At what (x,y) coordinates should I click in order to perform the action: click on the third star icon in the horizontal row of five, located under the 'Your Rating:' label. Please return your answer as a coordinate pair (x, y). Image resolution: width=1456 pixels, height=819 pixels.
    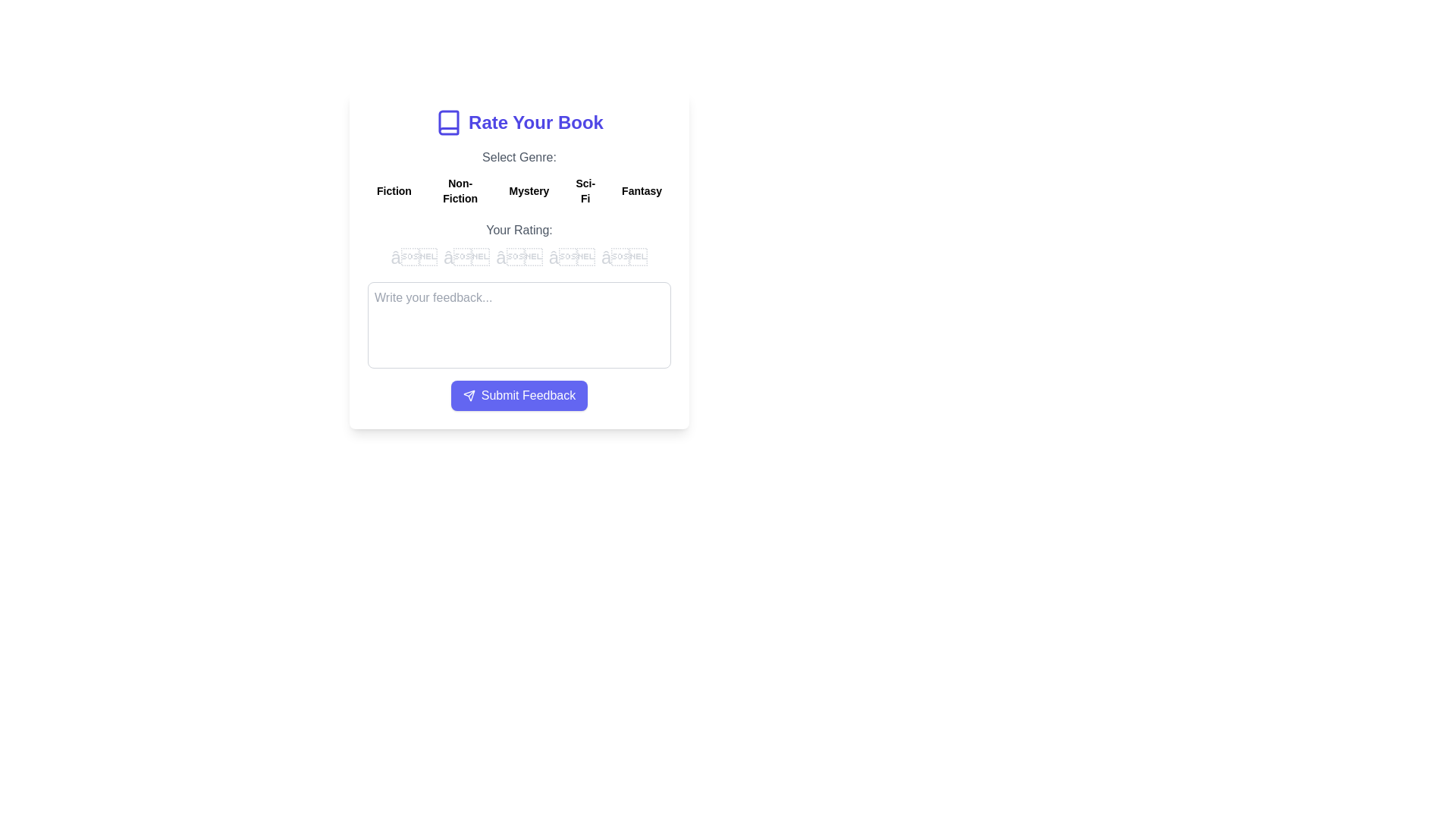
    Looking at the image, I should click on (519, 256).